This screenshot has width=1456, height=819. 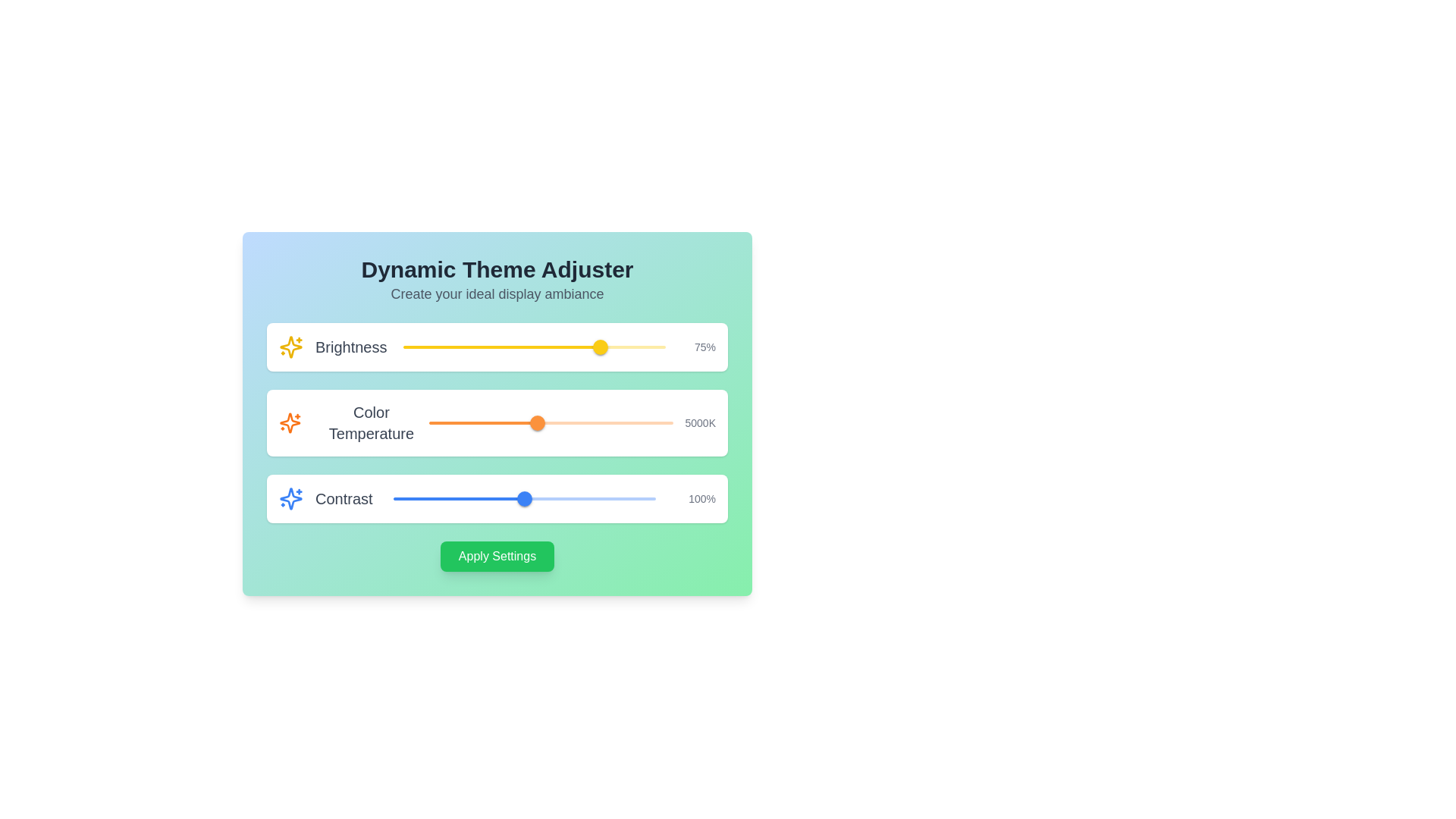 What do you see at coordinates (476, 499) in the screenshot?
I see `the contrast level` at bounding box center [476, 499].